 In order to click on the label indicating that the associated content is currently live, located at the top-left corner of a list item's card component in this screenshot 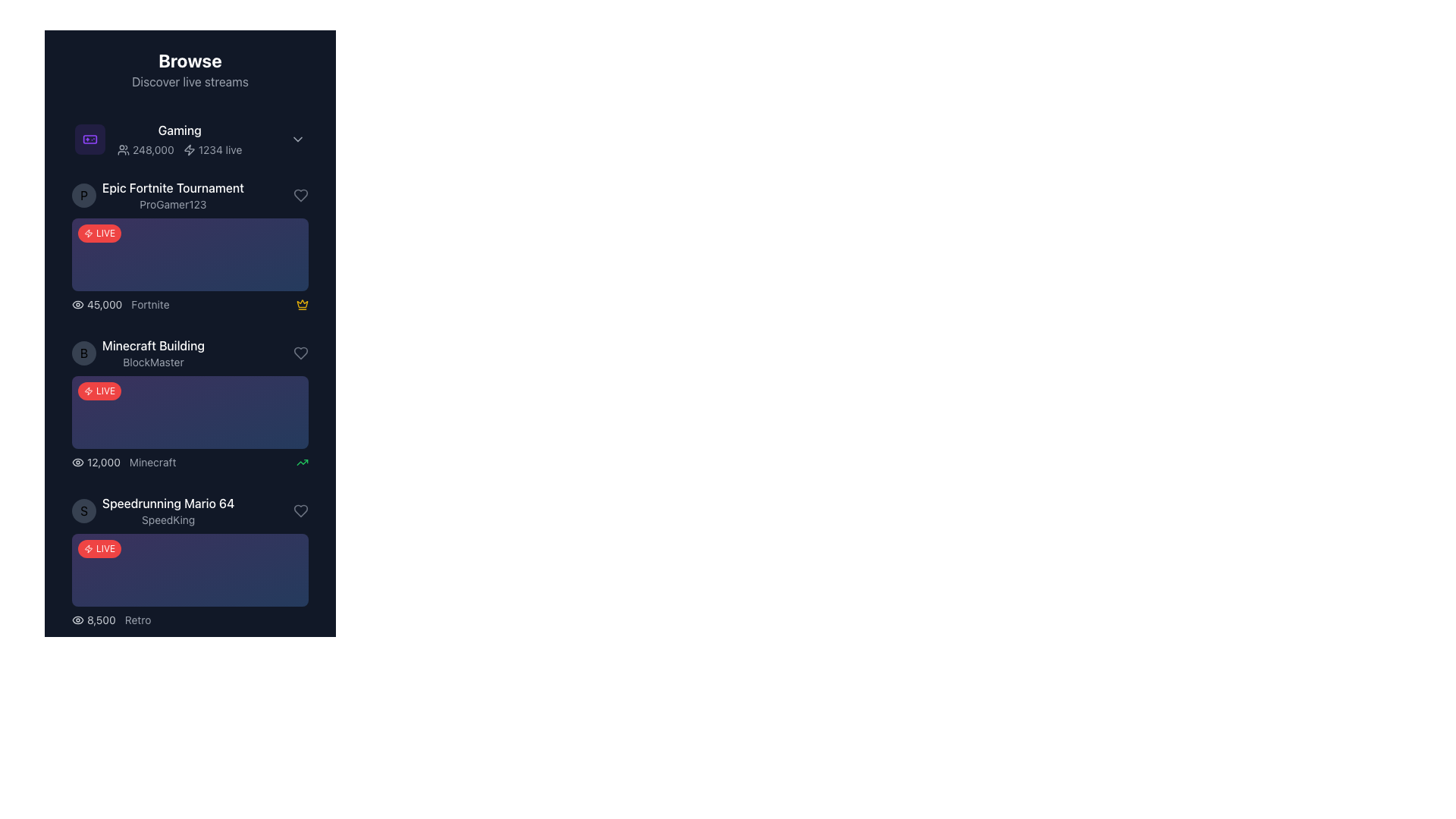, I will do `click(99, 234)`.